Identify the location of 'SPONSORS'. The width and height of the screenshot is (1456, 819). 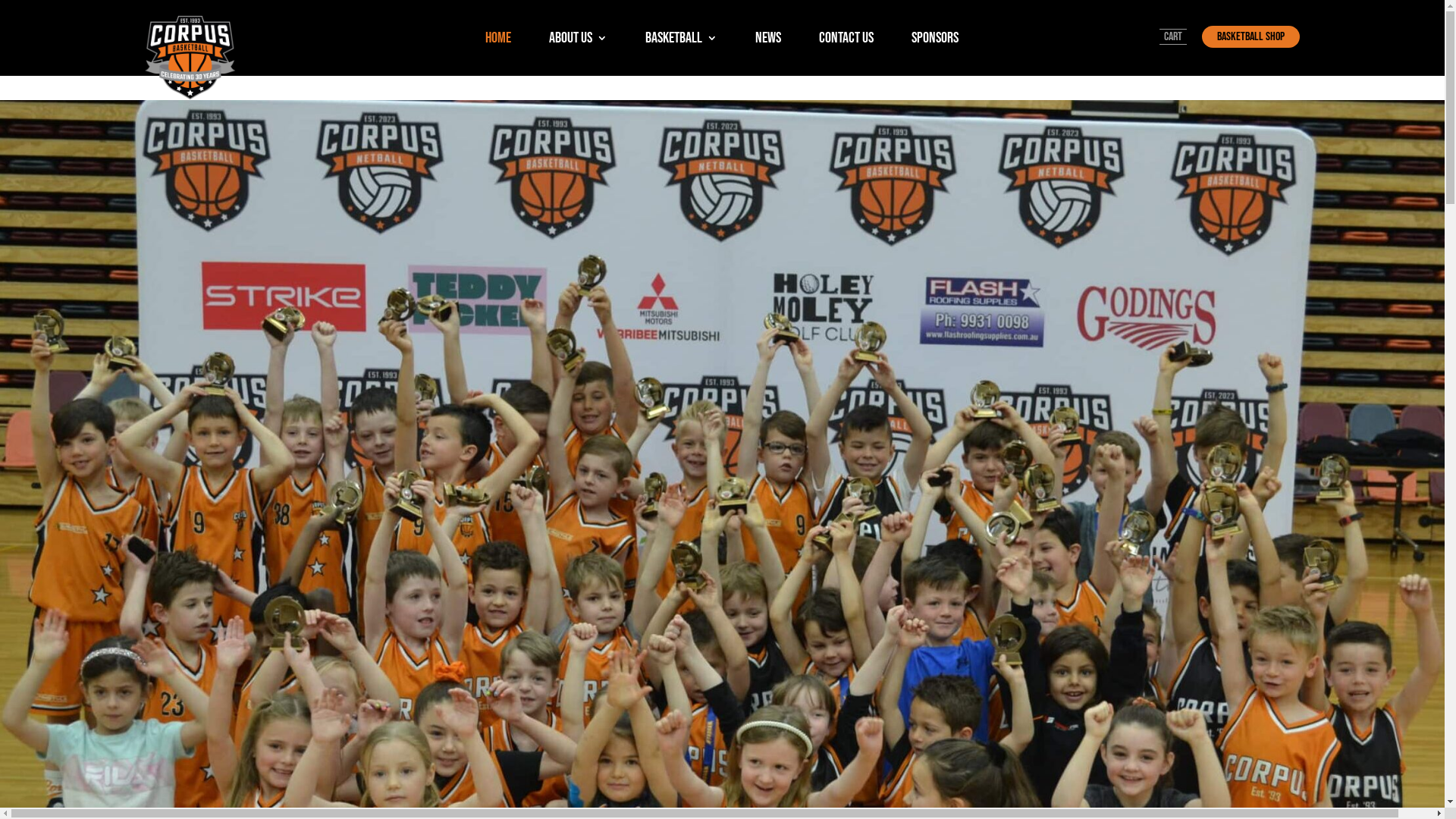
(934, 40).